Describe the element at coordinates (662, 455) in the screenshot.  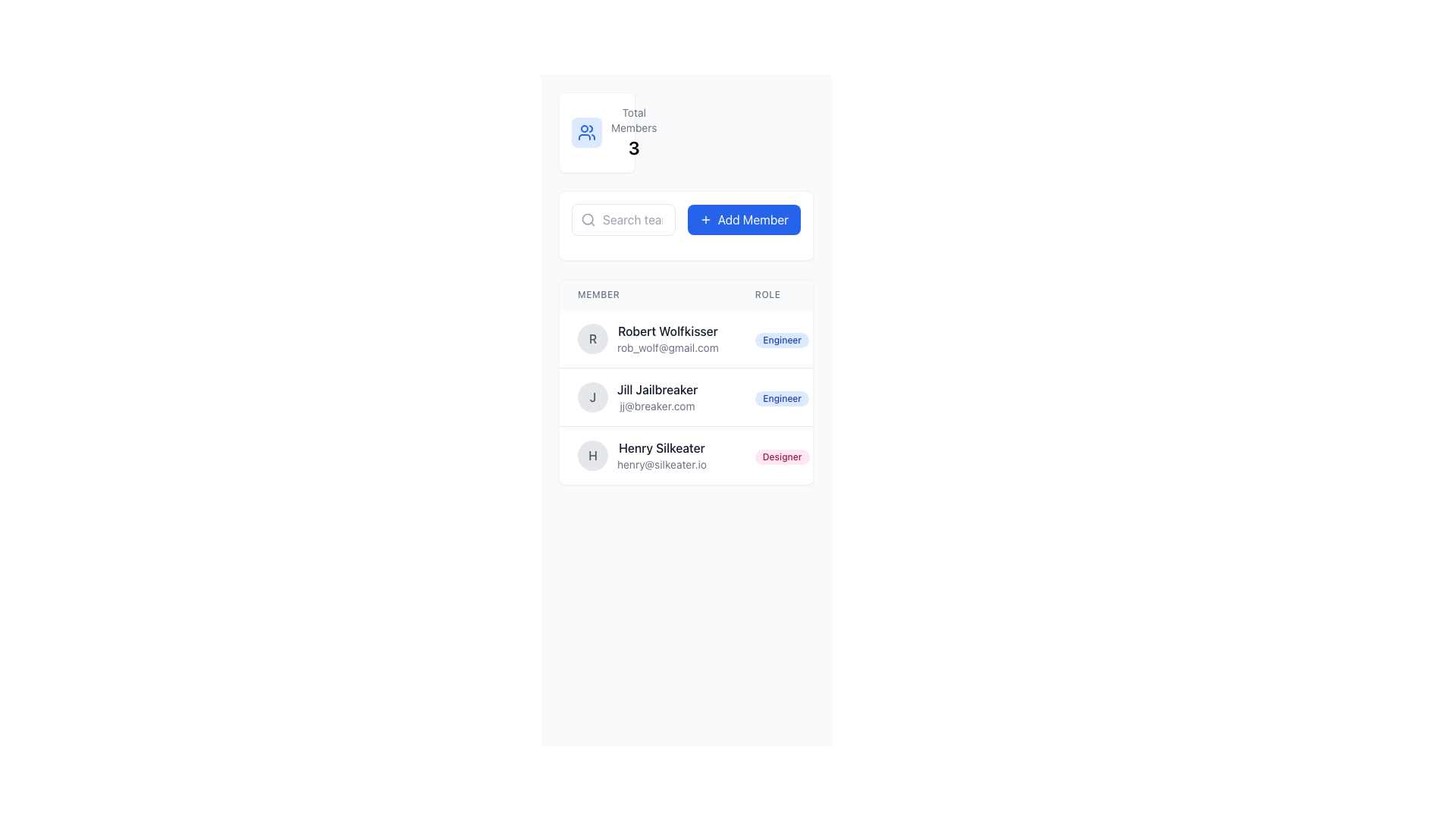
I see `the name 'Henry Silkeater' or the email address 'henry@silkeater.io' from the text display block to copy it, located in the third row of the member list in the table` at that location.